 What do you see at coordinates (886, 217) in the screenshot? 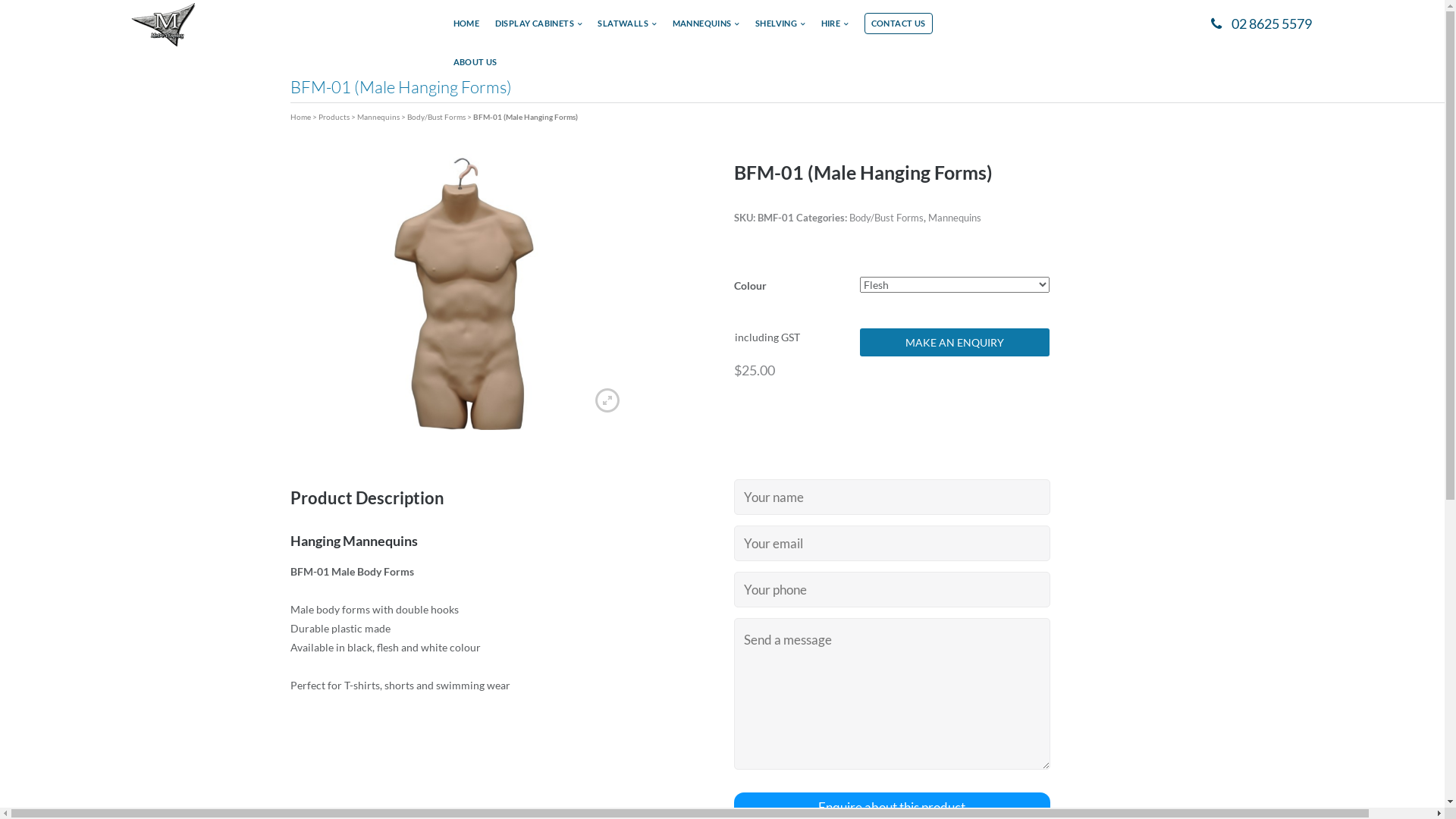
I see `'Body/Bust Forms'` at bounding box center [886, 217].